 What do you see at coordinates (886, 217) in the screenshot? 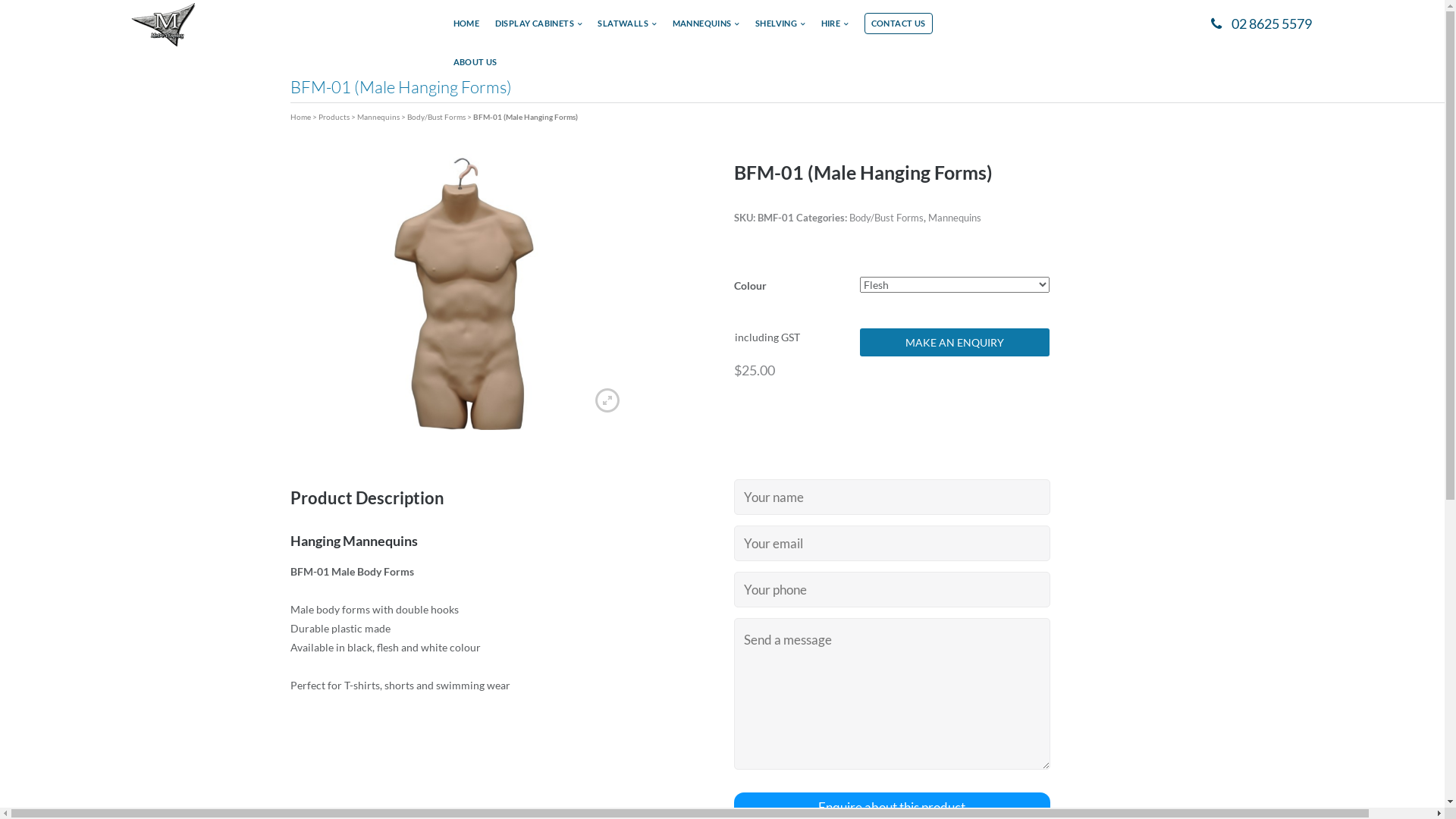
I see `'Body/Bust Forms'` at bounding box center [886, 217].